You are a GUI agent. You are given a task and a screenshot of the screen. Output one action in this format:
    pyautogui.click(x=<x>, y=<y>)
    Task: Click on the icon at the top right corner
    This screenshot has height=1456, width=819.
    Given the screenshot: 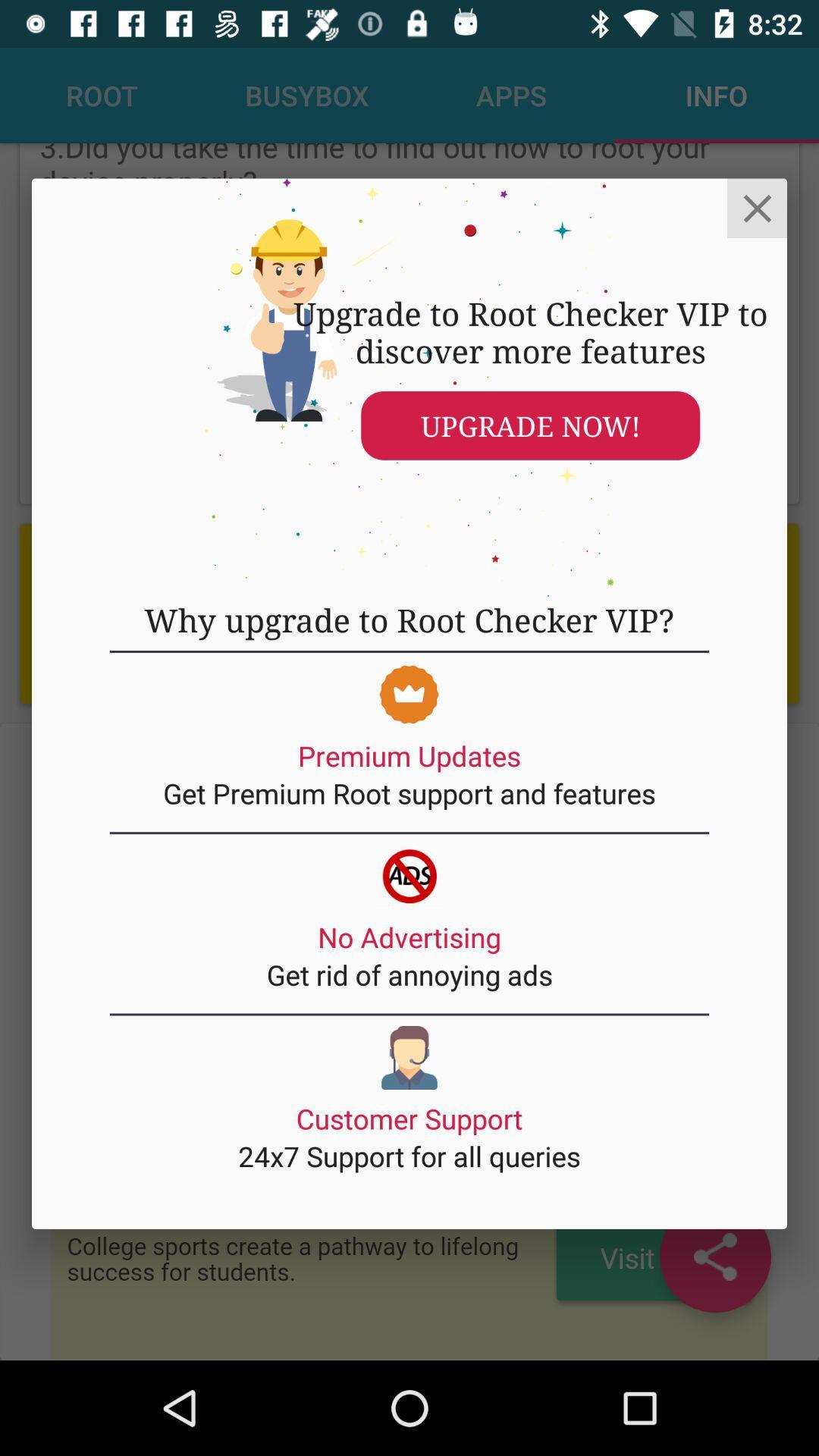 What is the action you would take?
    pyautogui.click(x=757, y=207)
    